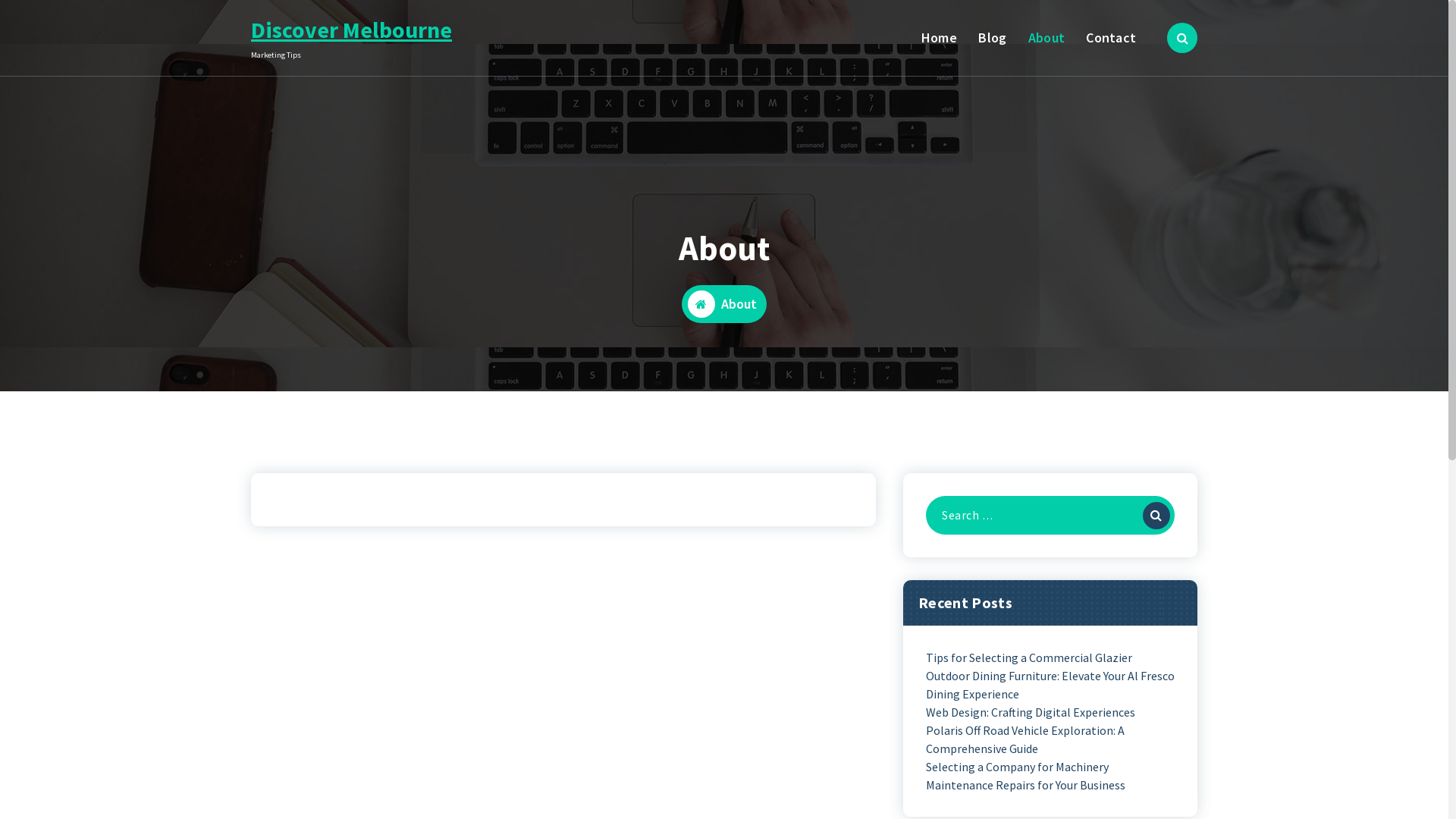 This screenshot has height=819, width=1456. Describe the element at coordinates (1143, 514) in the screenshot. I see `'Search'` at that location.